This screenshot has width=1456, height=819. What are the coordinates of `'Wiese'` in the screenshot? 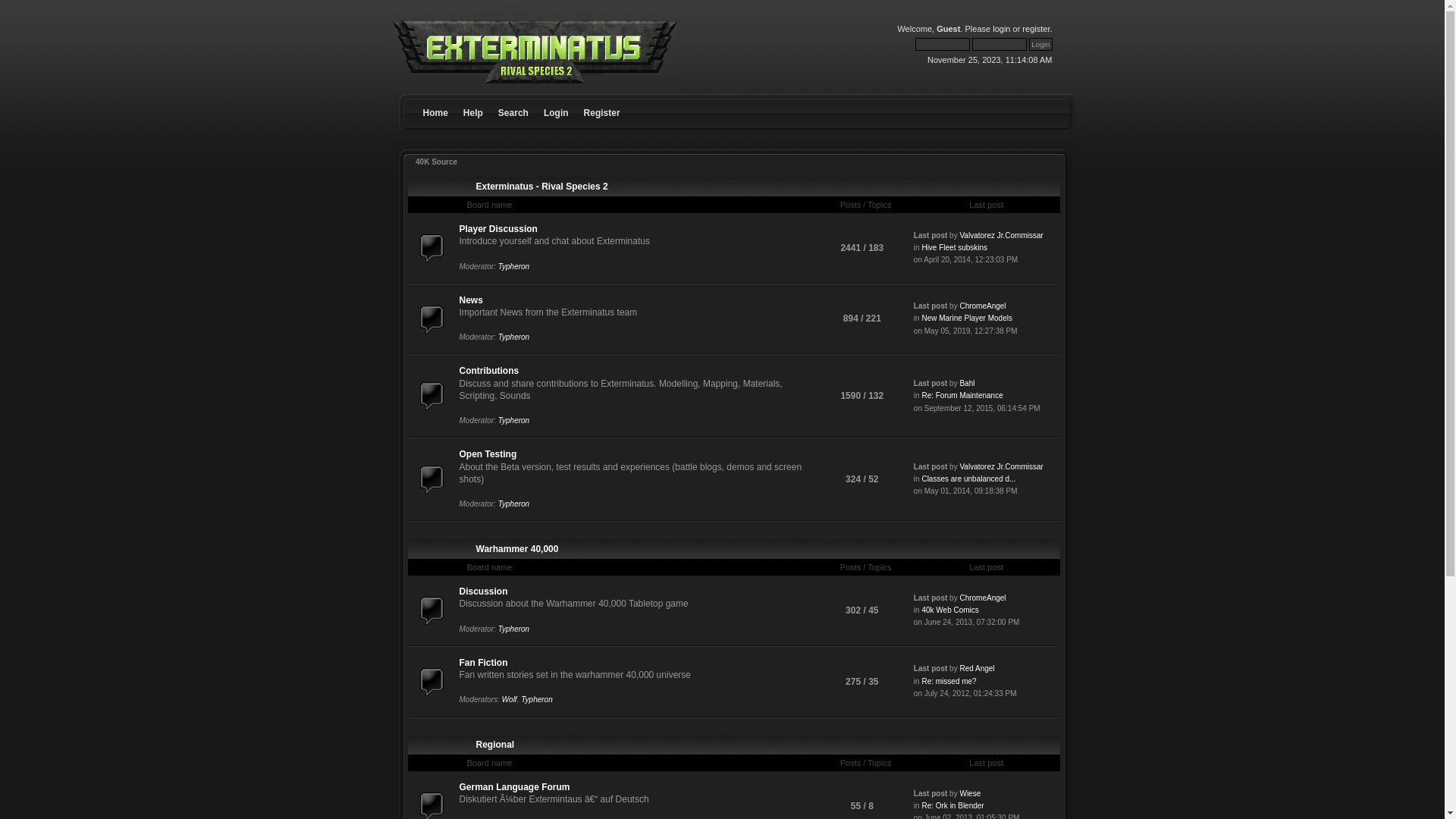 It's located at (959, 792).